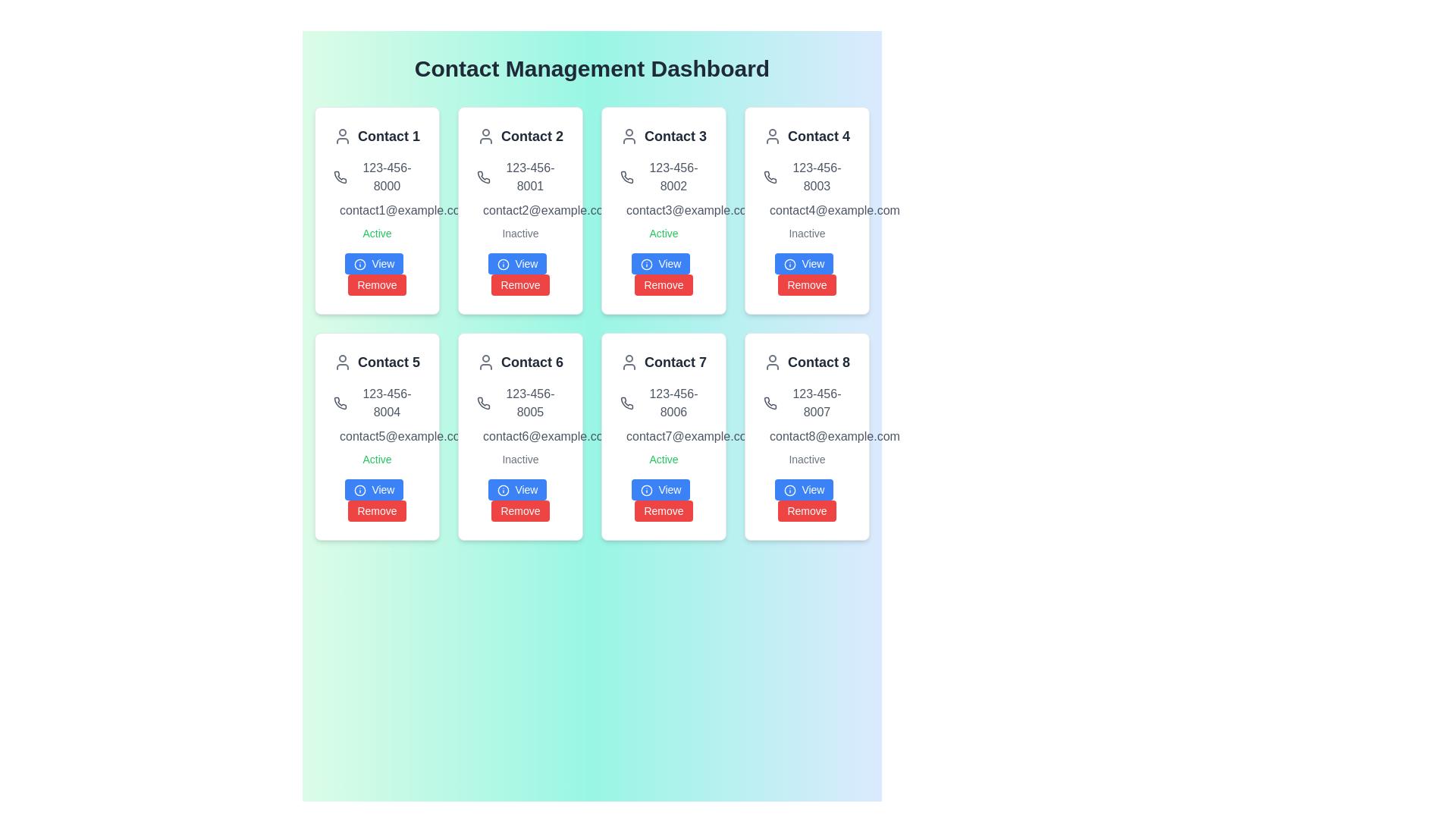  I want to click on the 'View' button, which is a vibrant blue rectangular button with white text and an 'i' icon, located in the sixth contact card of the grid layout, so click(517, 489).